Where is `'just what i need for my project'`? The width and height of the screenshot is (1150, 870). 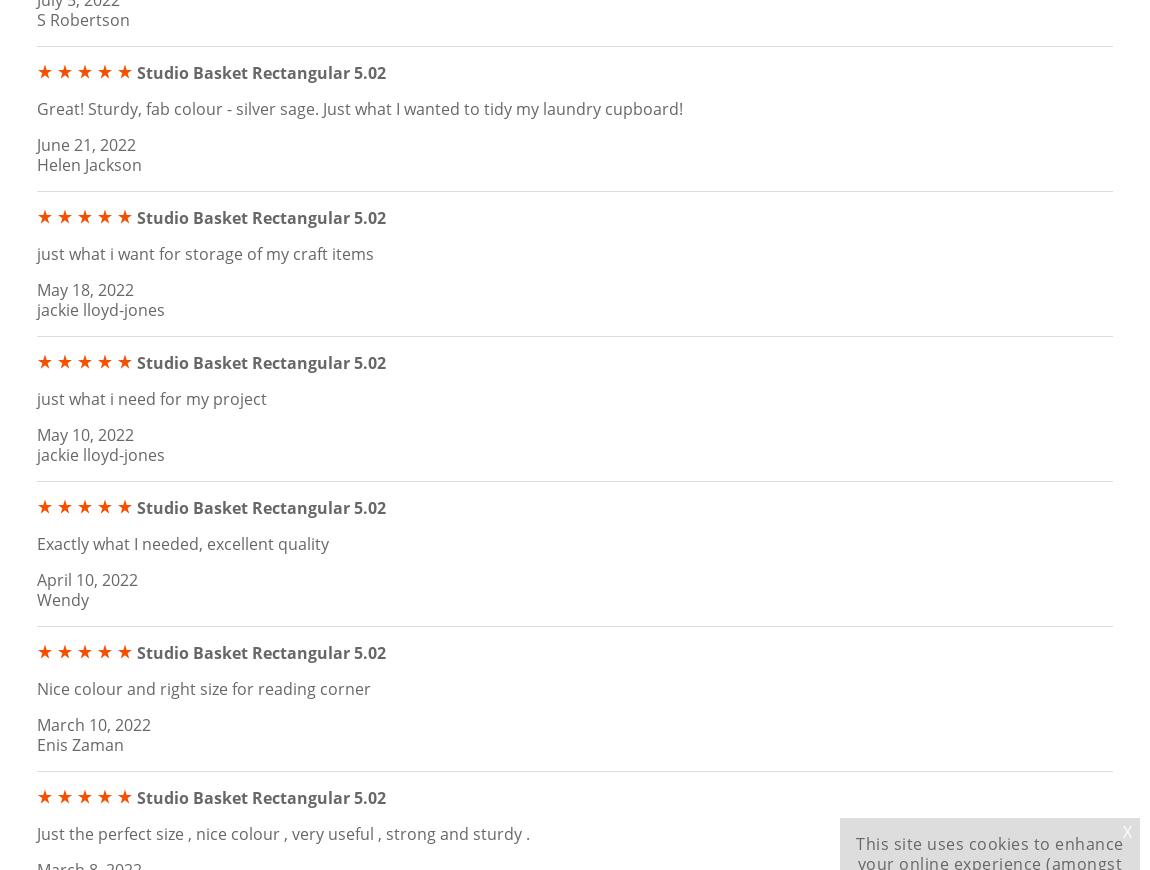 'just what i need for my project' is located at coordinates (151, 398).